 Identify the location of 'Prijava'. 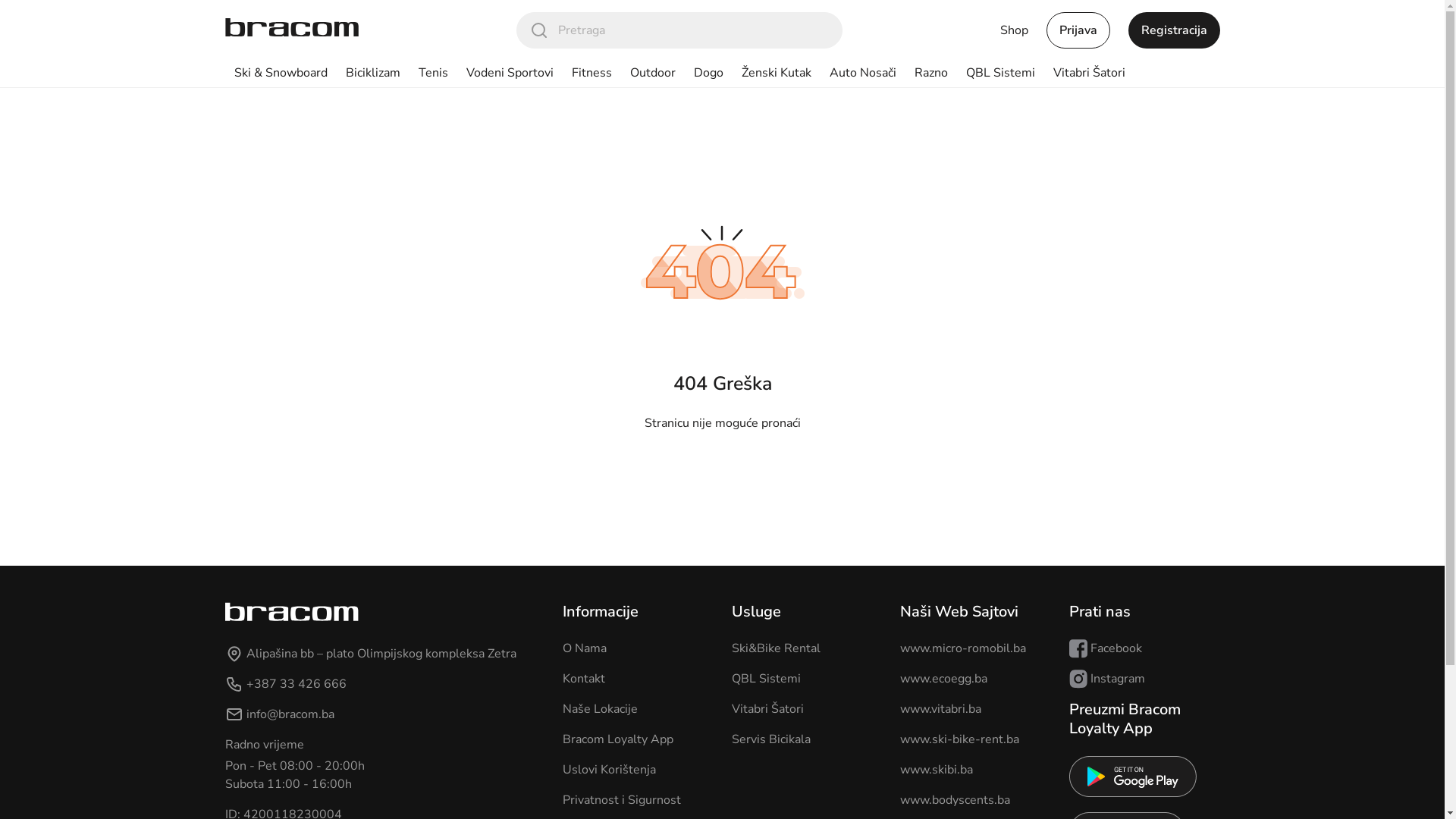
(1077, 30).